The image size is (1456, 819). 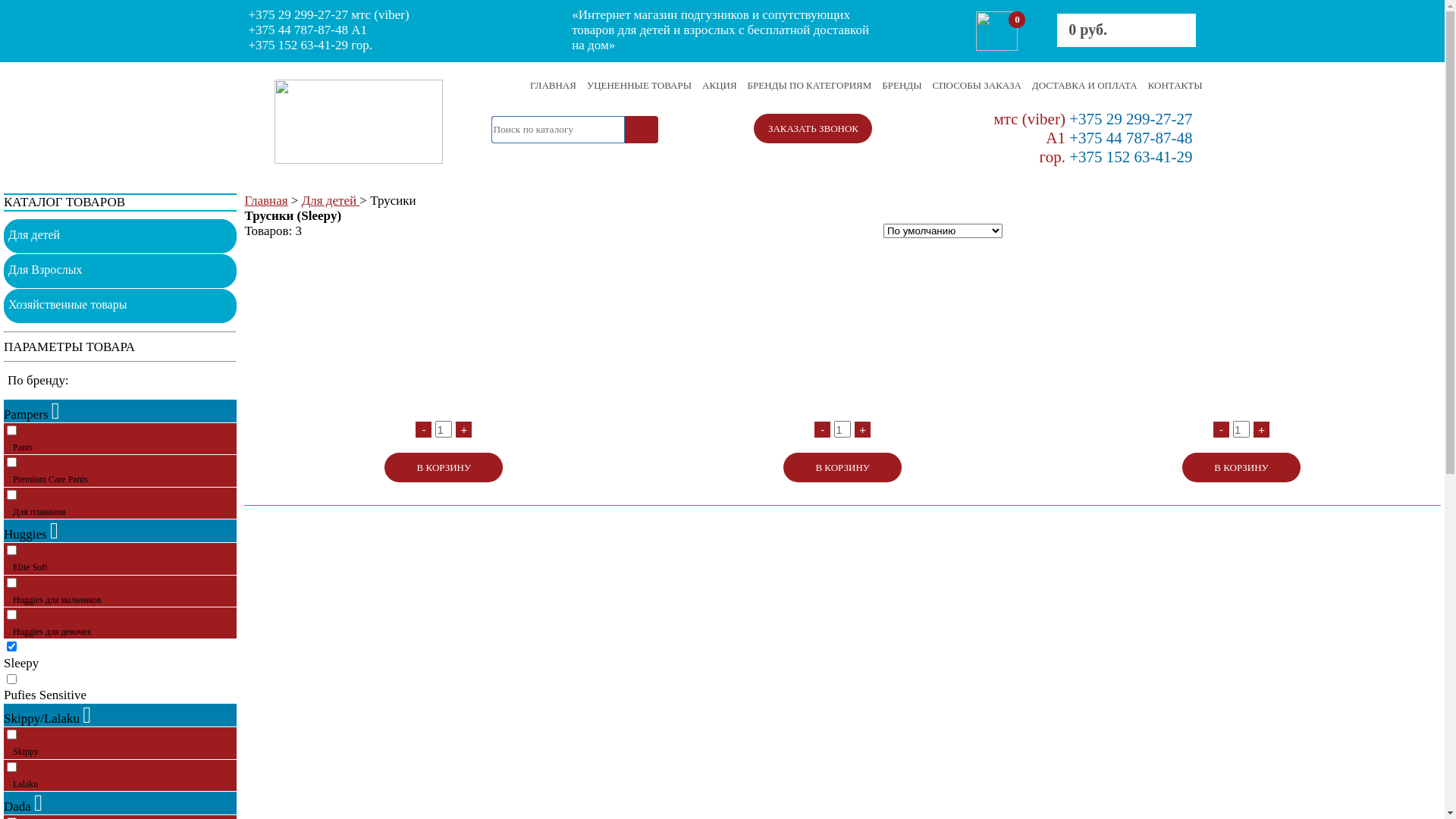 I want to click on 'A1 +375 44 787-87-48', so click(x=1119, y=137).